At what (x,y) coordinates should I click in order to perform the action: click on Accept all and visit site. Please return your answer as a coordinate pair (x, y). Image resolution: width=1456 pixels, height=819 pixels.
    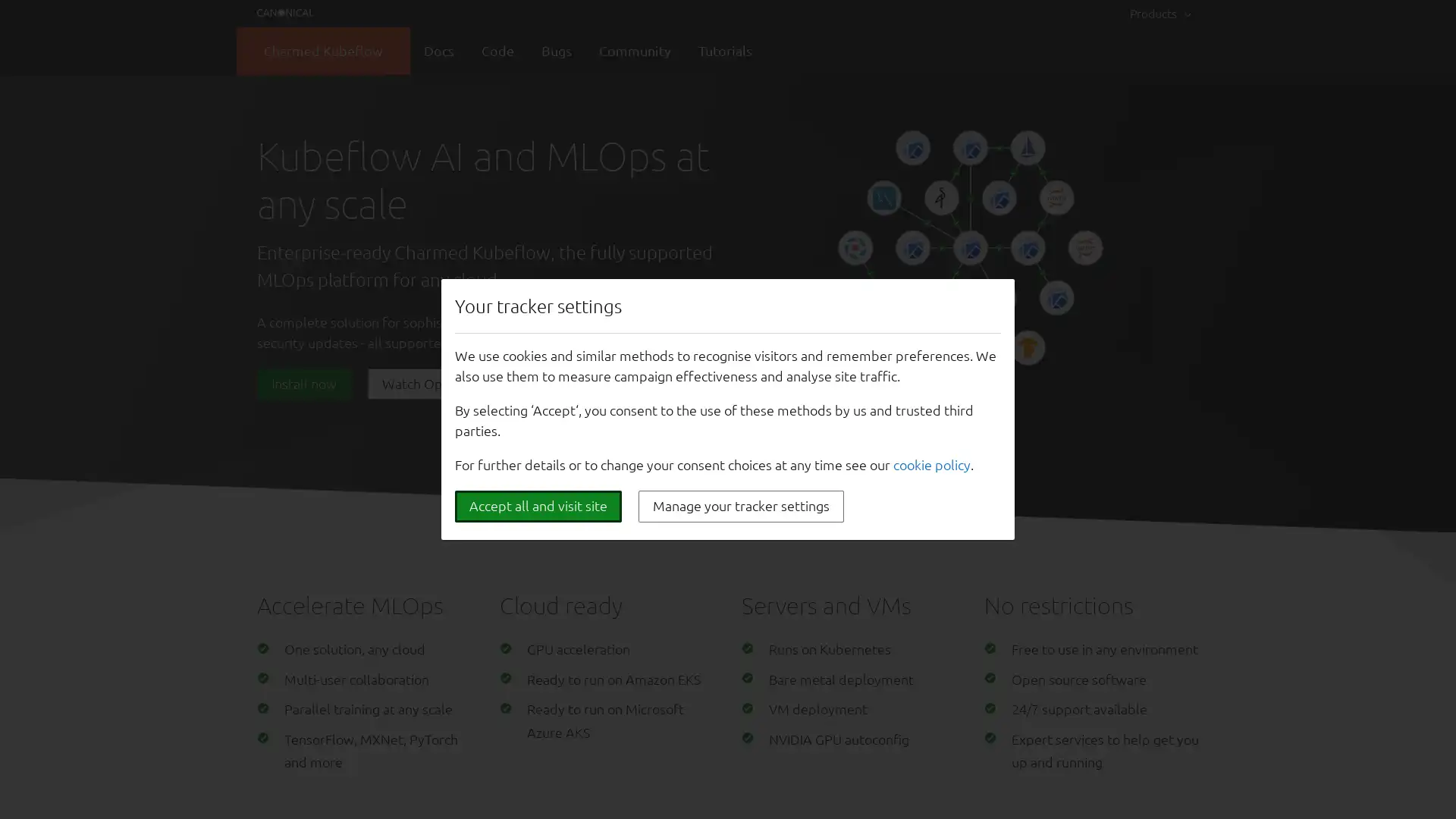
    Looking at the image, I should click on (538, 506).